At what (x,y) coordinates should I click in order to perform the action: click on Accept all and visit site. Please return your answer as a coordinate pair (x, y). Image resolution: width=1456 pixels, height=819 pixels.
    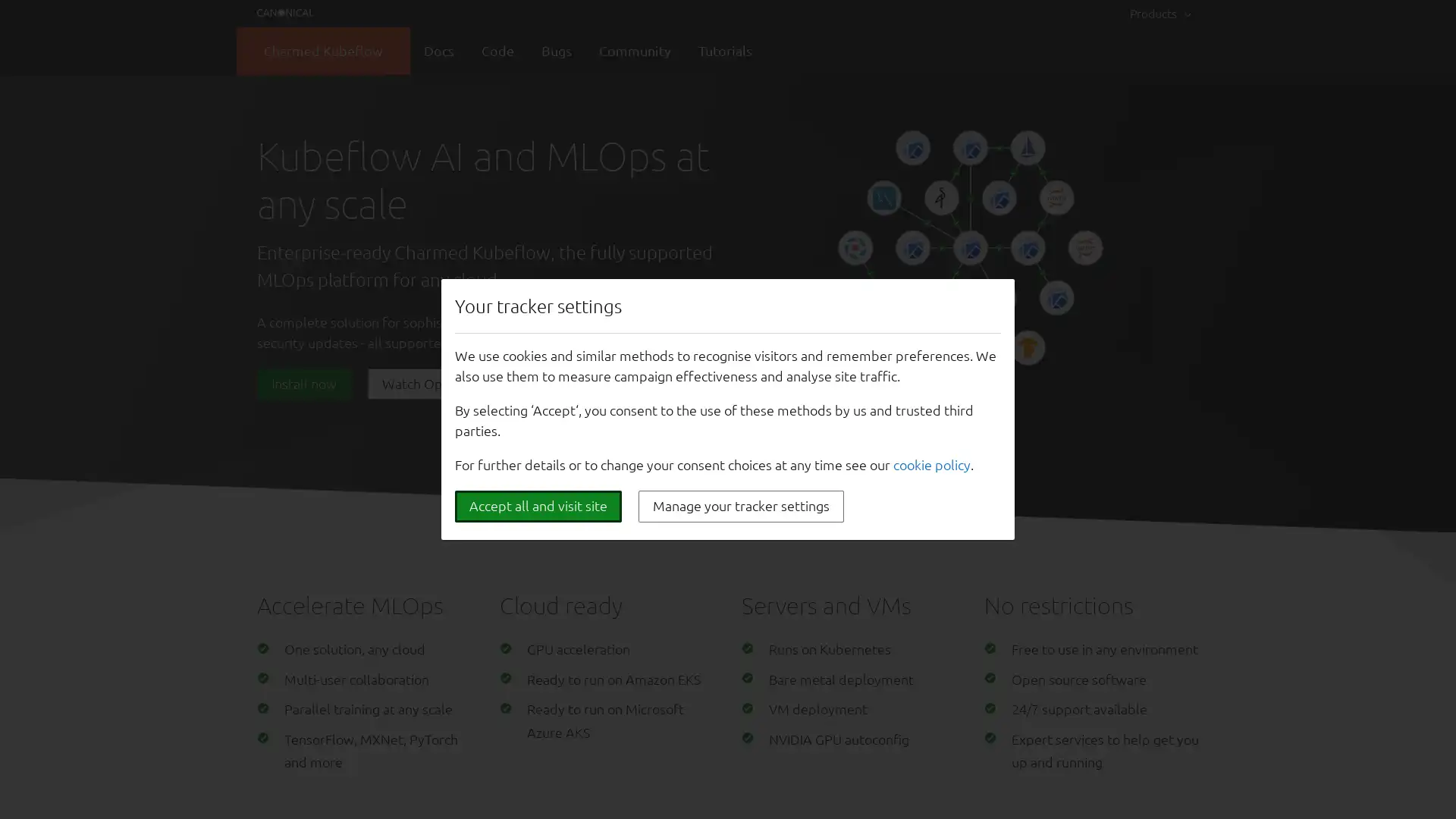
    Looking at the image, I should click on (538, 506).